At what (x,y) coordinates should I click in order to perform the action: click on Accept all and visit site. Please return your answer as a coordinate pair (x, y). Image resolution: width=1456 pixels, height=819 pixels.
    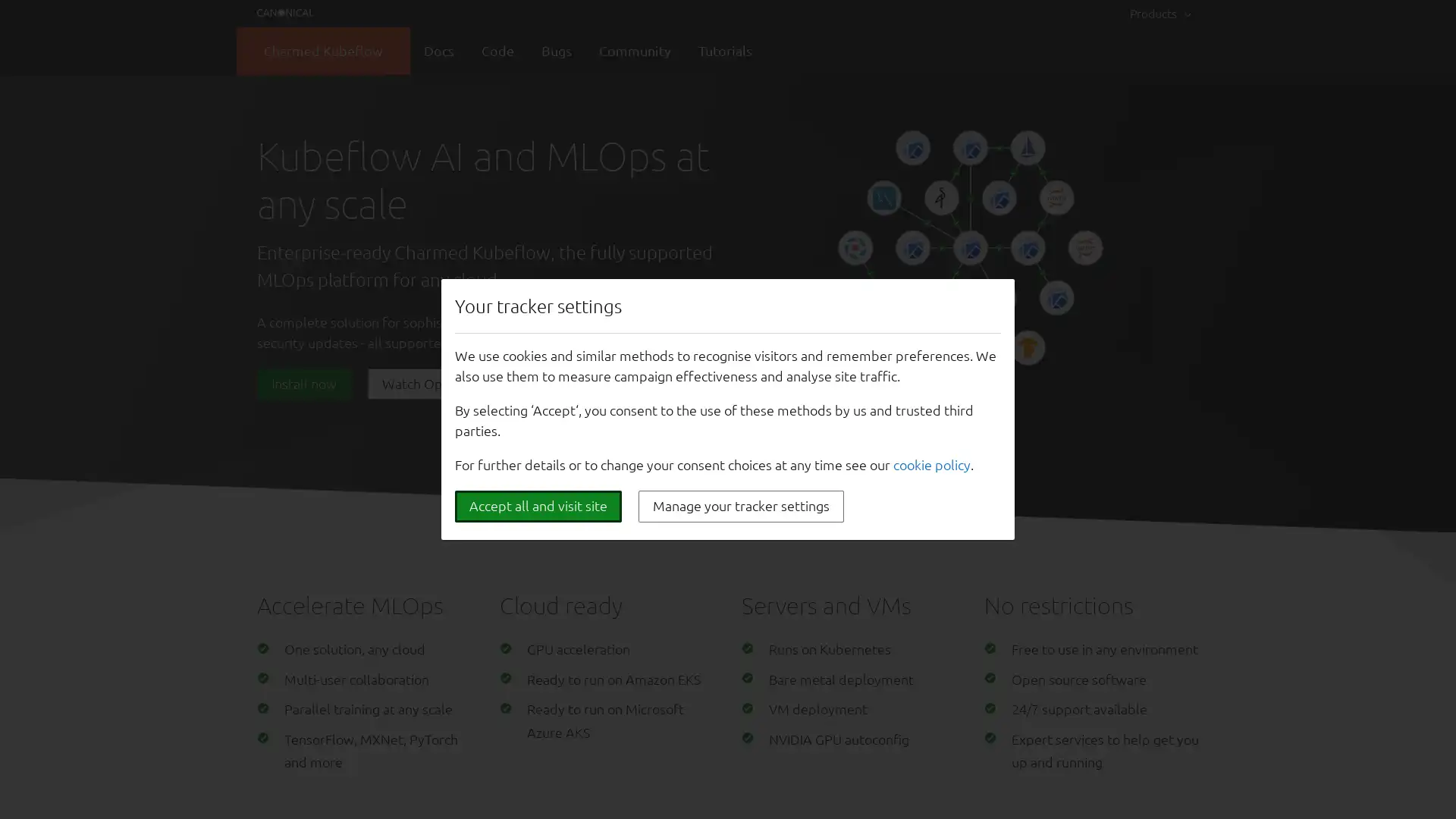
    Looking at the image, I should click on (538, 506).